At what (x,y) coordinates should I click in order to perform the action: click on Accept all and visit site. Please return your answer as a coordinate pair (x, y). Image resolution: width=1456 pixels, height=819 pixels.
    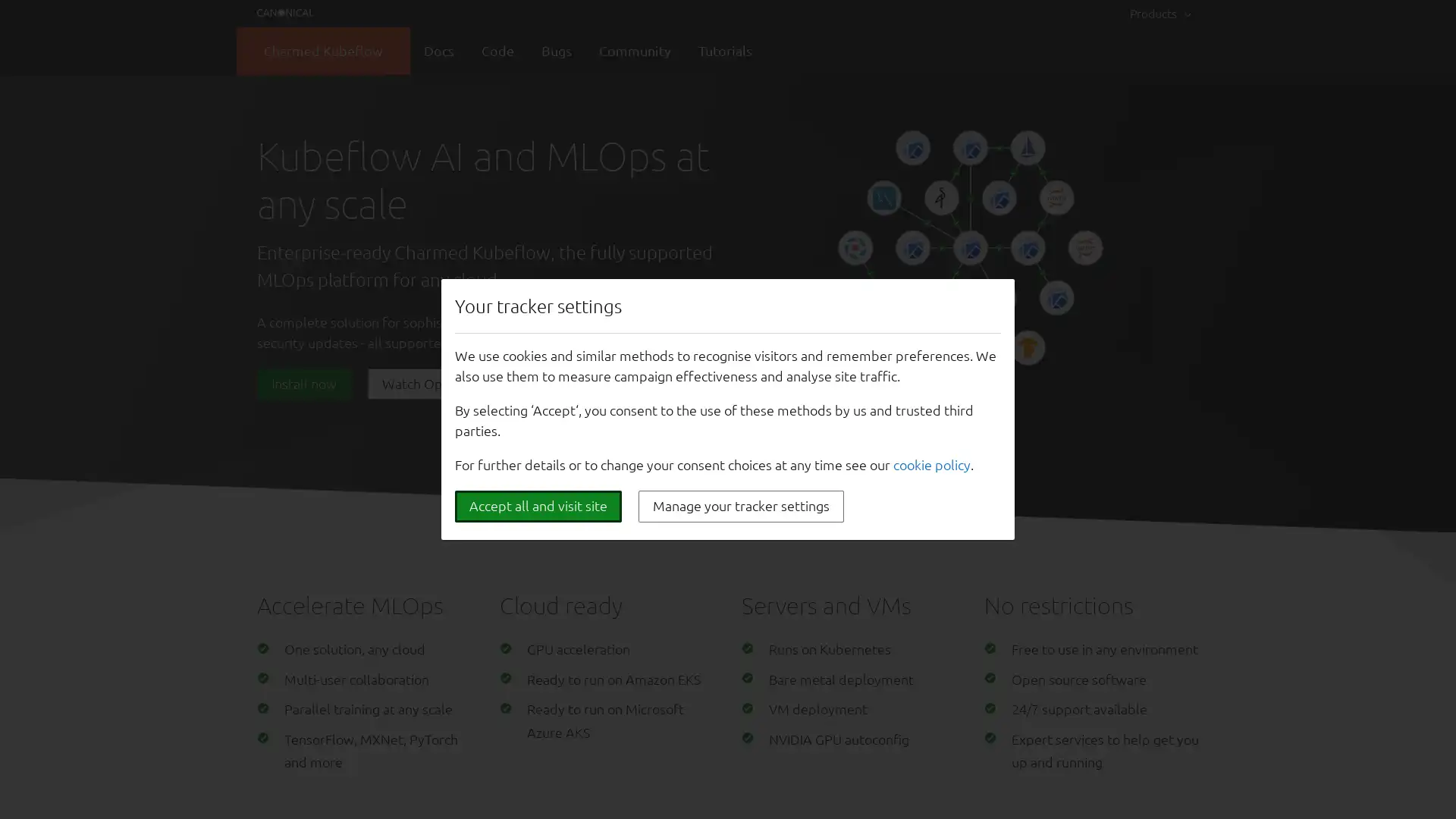
    Looking at the image, I should click on (538, 506).